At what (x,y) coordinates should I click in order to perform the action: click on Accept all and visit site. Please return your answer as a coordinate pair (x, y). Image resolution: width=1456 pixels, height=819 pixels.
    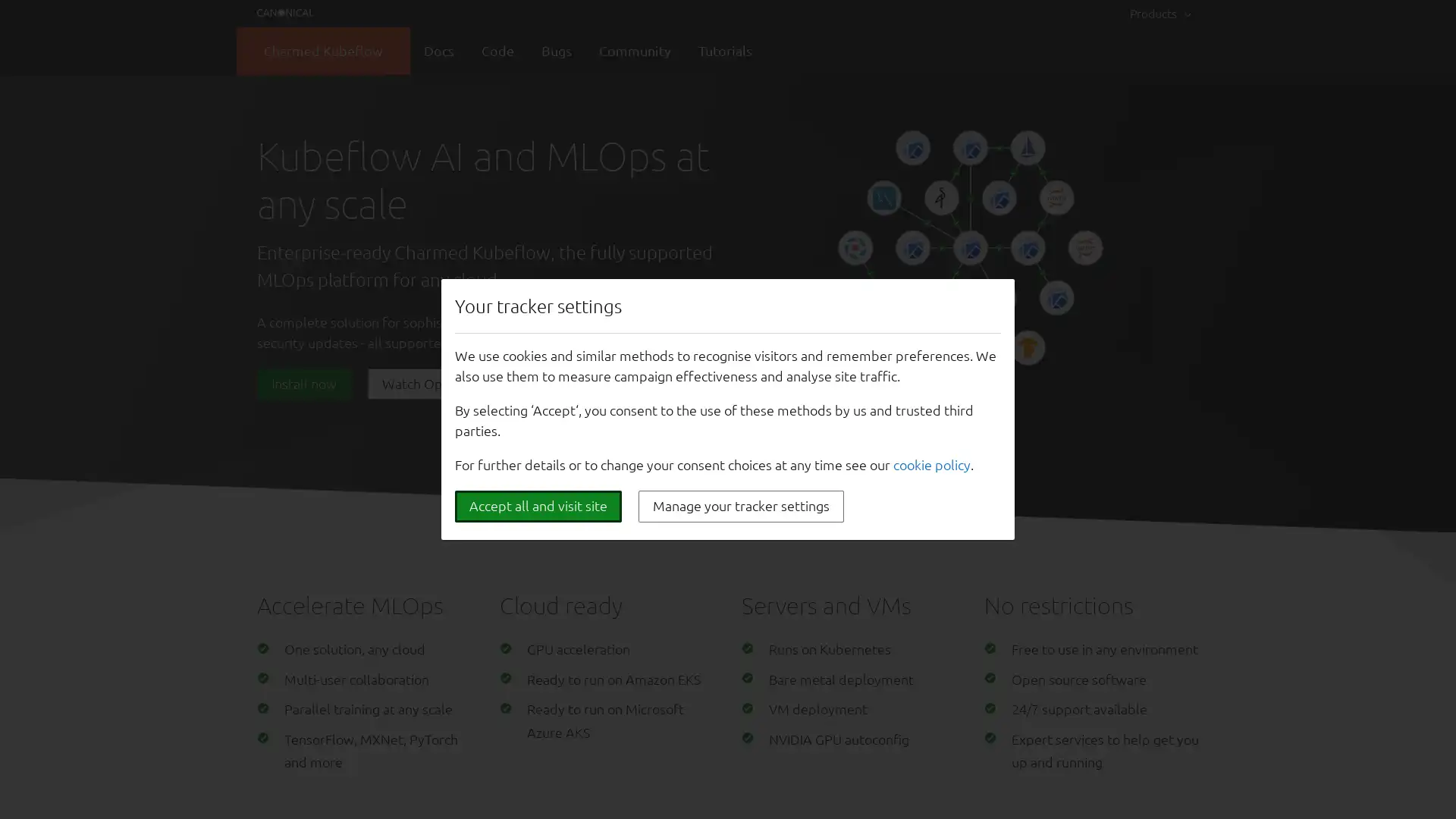
    Looking at the image, I should click on (538, 506).